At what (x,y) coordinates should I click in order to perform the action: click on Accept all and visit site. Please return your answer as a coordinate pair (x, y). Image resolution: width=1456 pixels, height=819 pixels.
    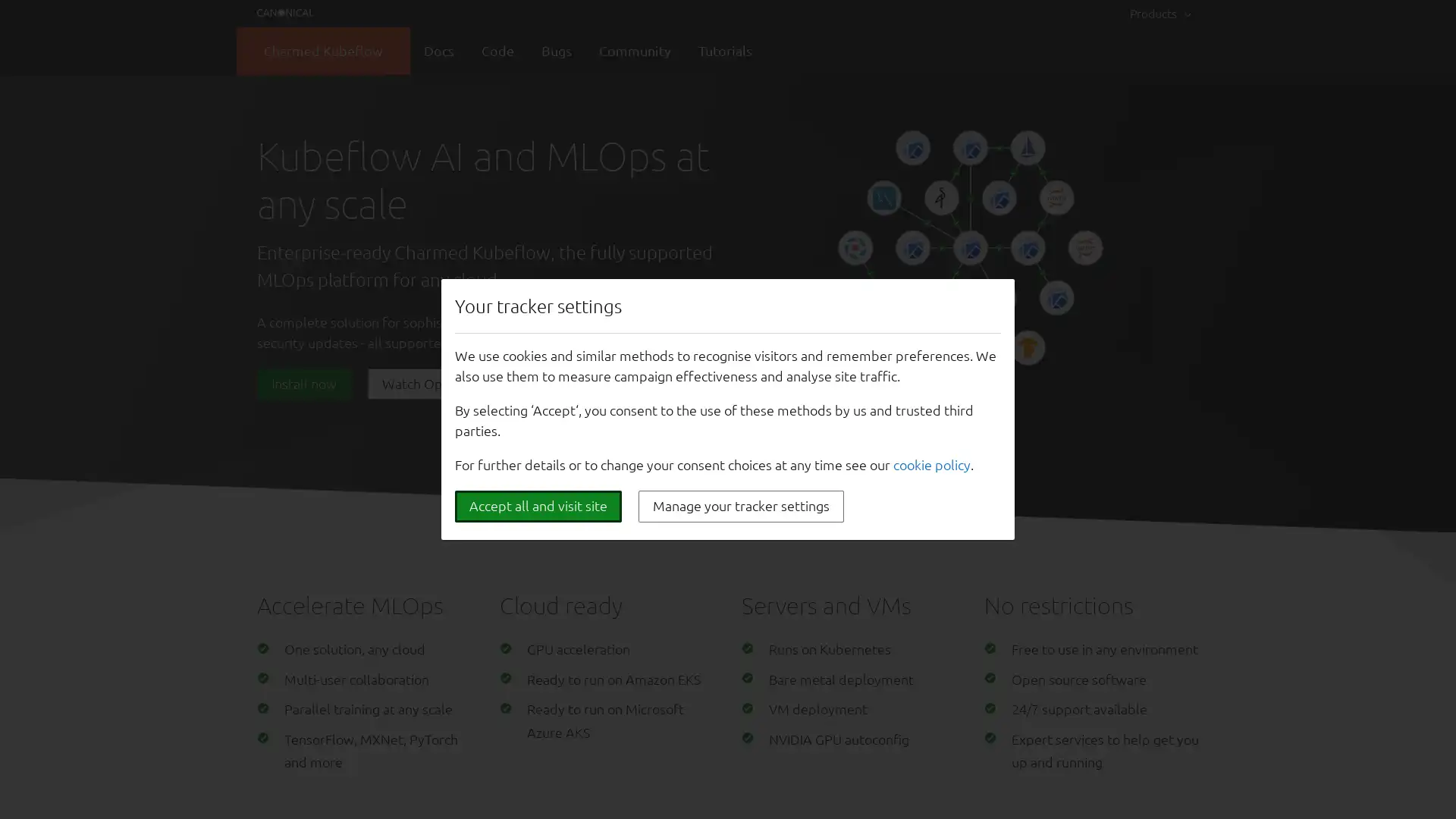
    Looking at the image, I should click on (538, 506).